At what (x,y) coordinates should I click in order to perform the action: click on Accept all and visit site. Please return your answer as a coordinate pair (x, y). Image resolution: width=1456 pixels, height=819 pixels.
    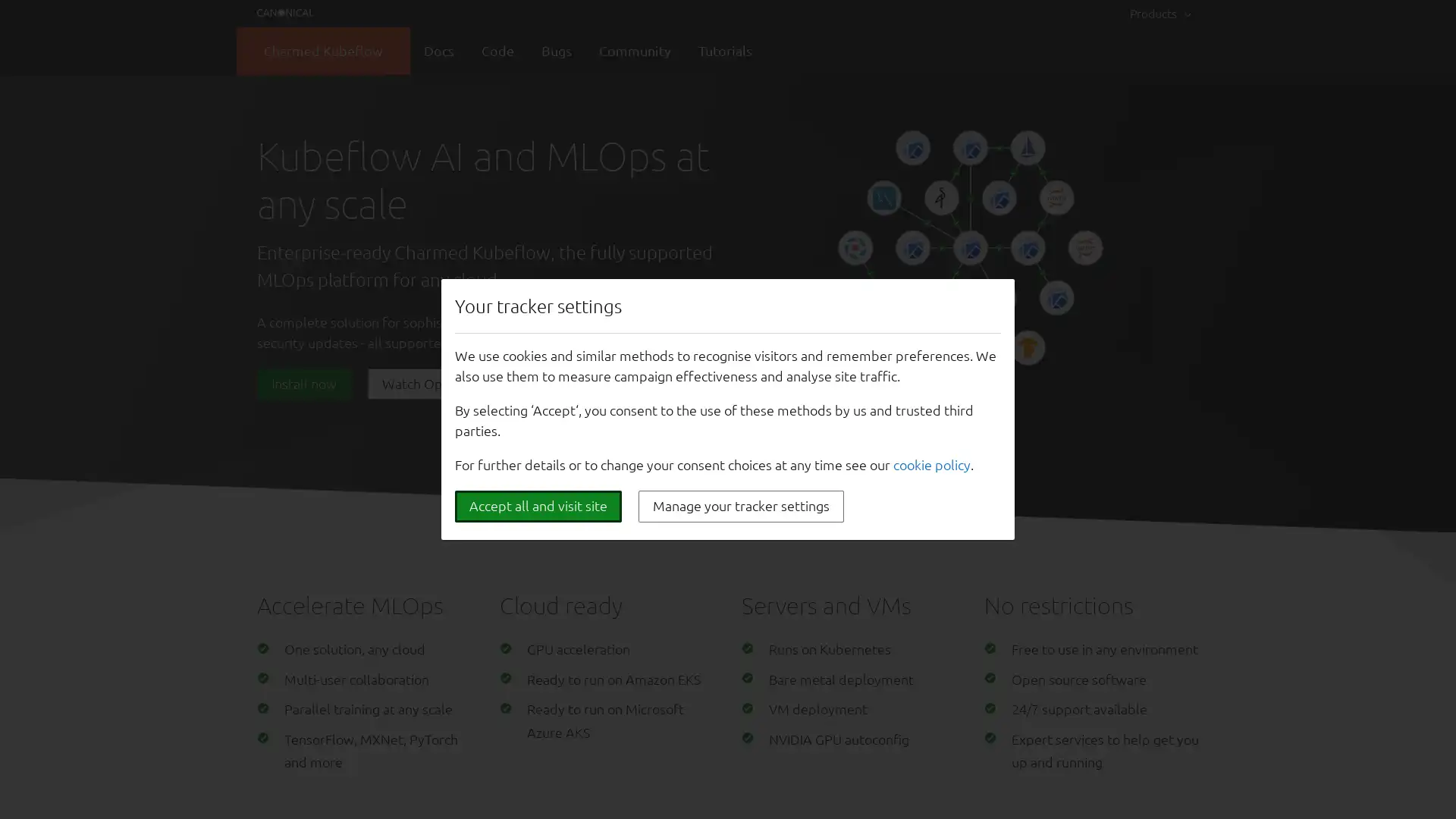
    Looking at the image, I should click on (538, 506).